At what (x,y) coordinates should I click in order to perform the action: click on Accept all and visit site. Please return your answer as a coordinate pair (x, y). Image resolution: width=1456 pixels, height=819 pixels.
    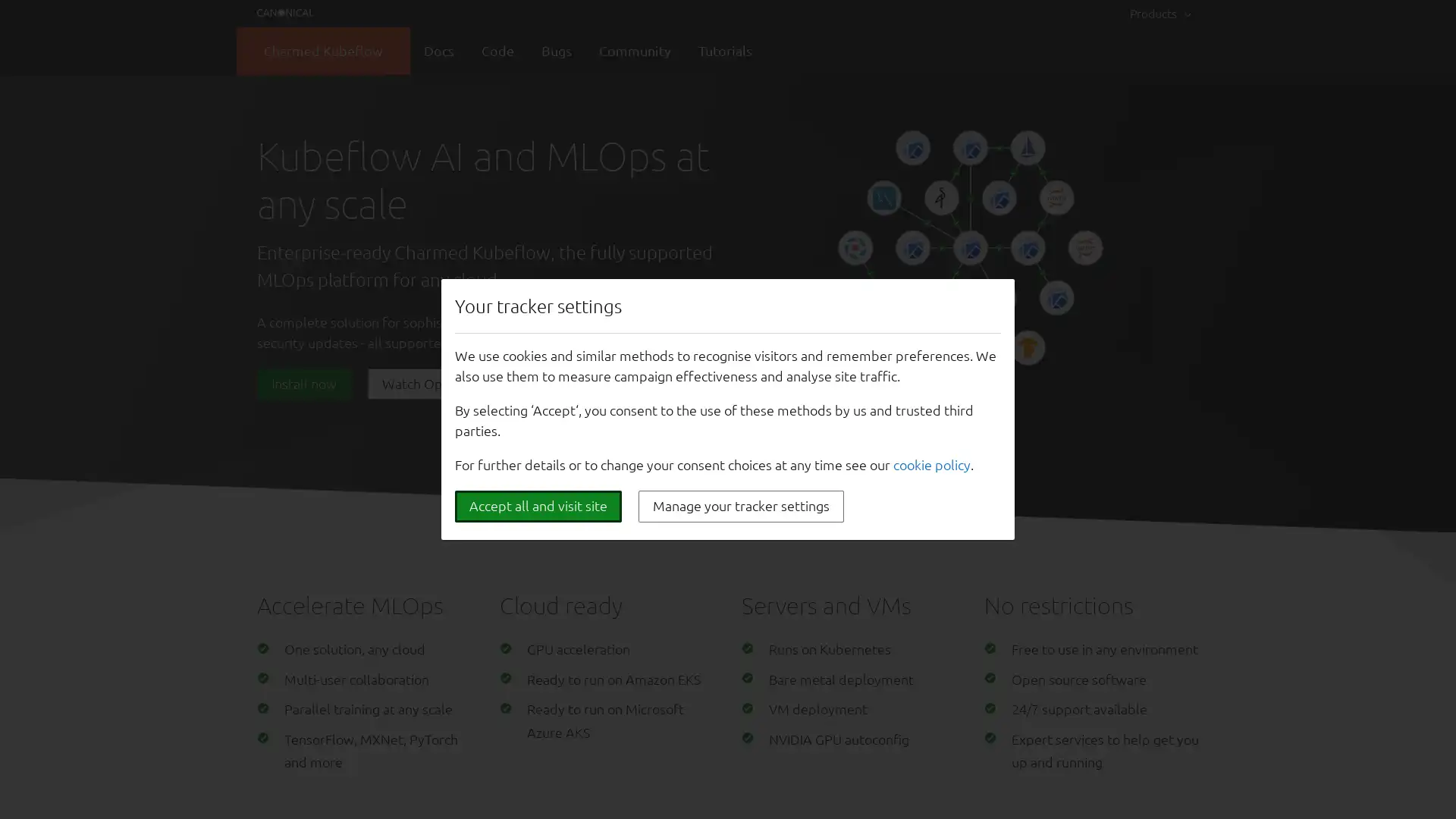
    Looking at the image, I should click on (538, 506).